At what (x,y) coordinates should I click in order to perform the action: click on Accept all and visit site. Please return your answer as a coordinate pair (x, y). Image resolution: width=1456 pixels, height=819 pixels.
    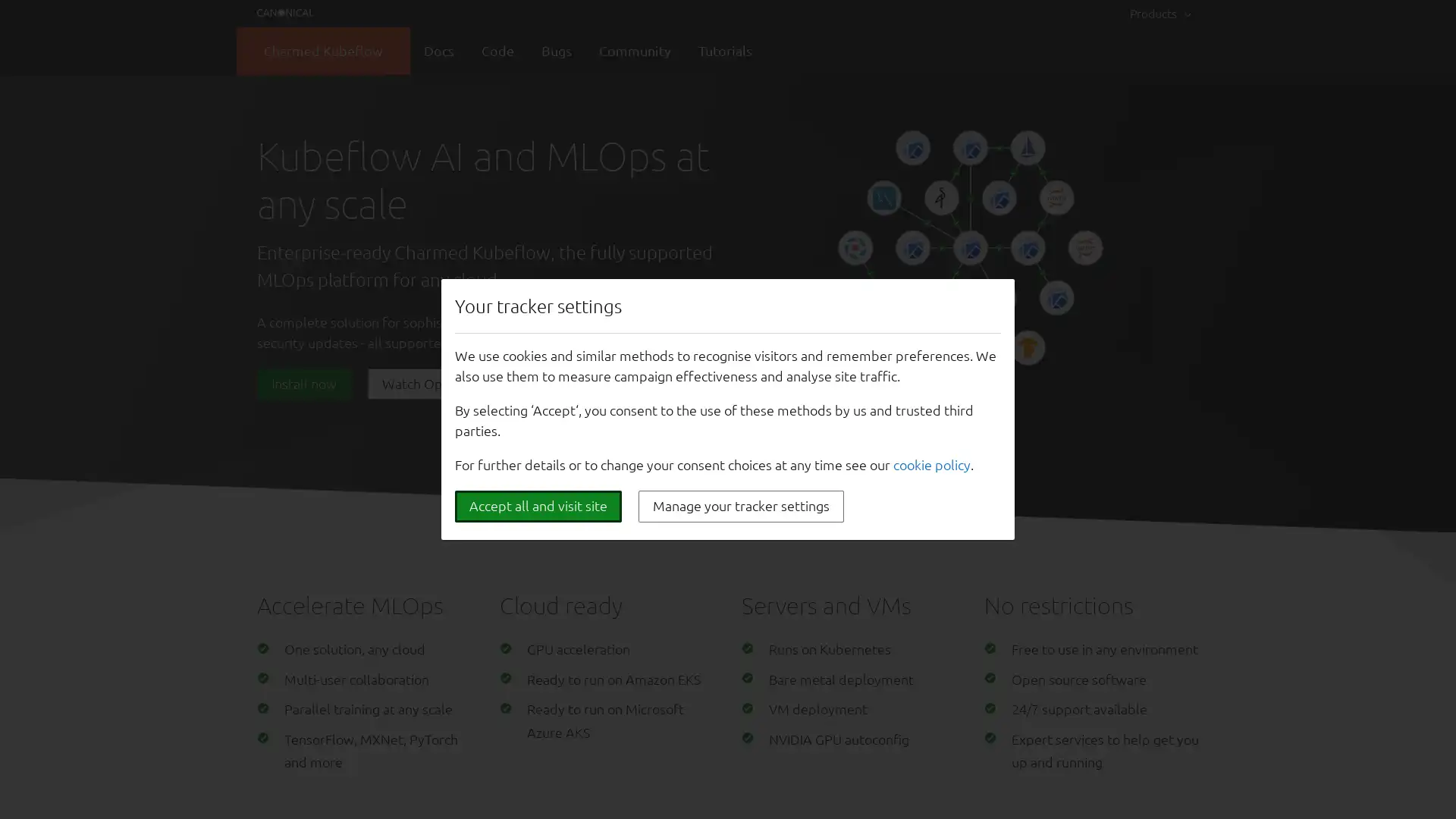
    Looking at the image, I should click on (538, 506).